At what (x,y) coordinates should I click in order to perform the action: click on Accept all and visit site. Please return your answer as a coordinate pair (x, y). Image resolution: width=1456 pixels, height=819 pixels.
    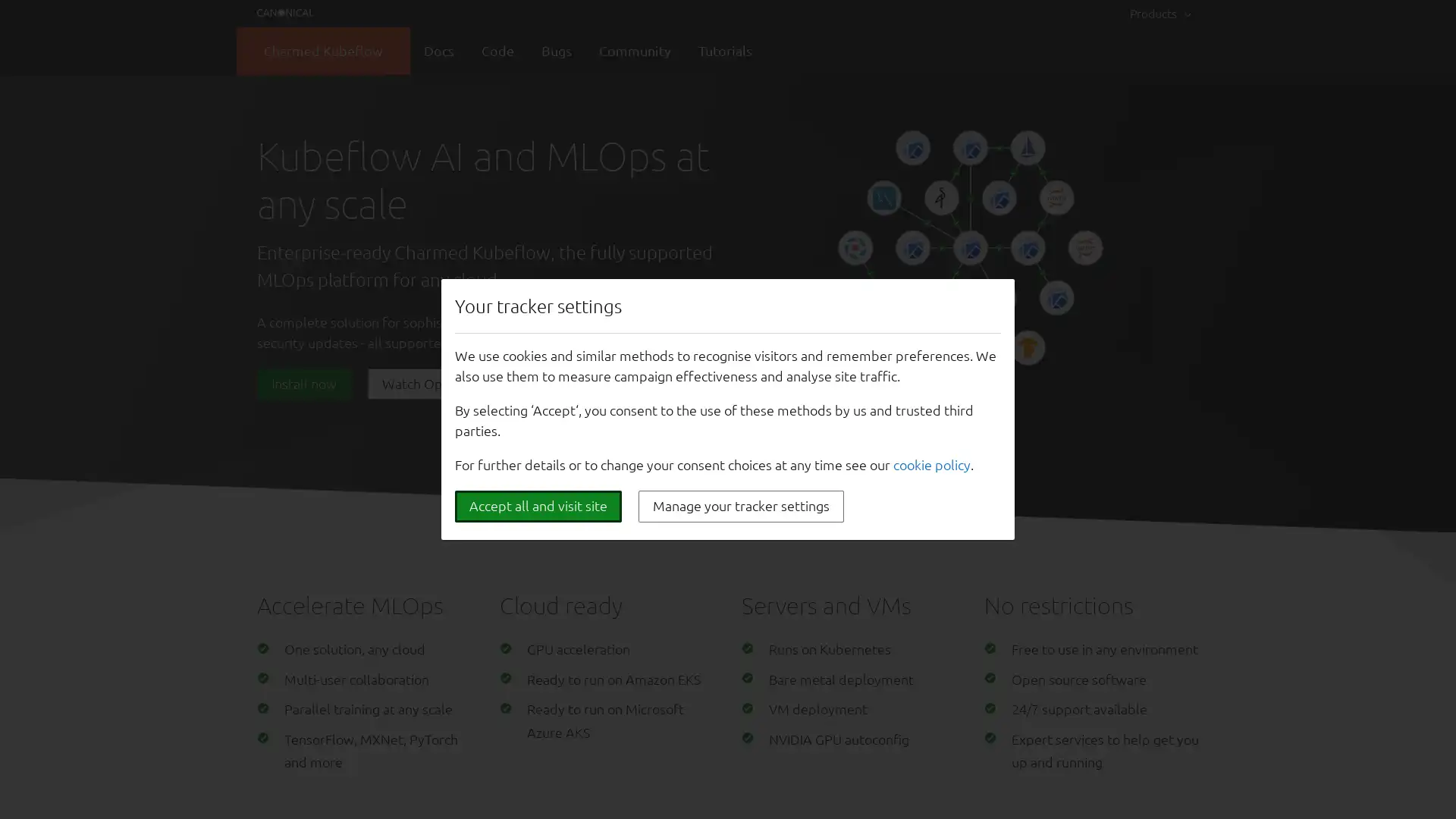
    Looking at the image, I should click on (538, 506).